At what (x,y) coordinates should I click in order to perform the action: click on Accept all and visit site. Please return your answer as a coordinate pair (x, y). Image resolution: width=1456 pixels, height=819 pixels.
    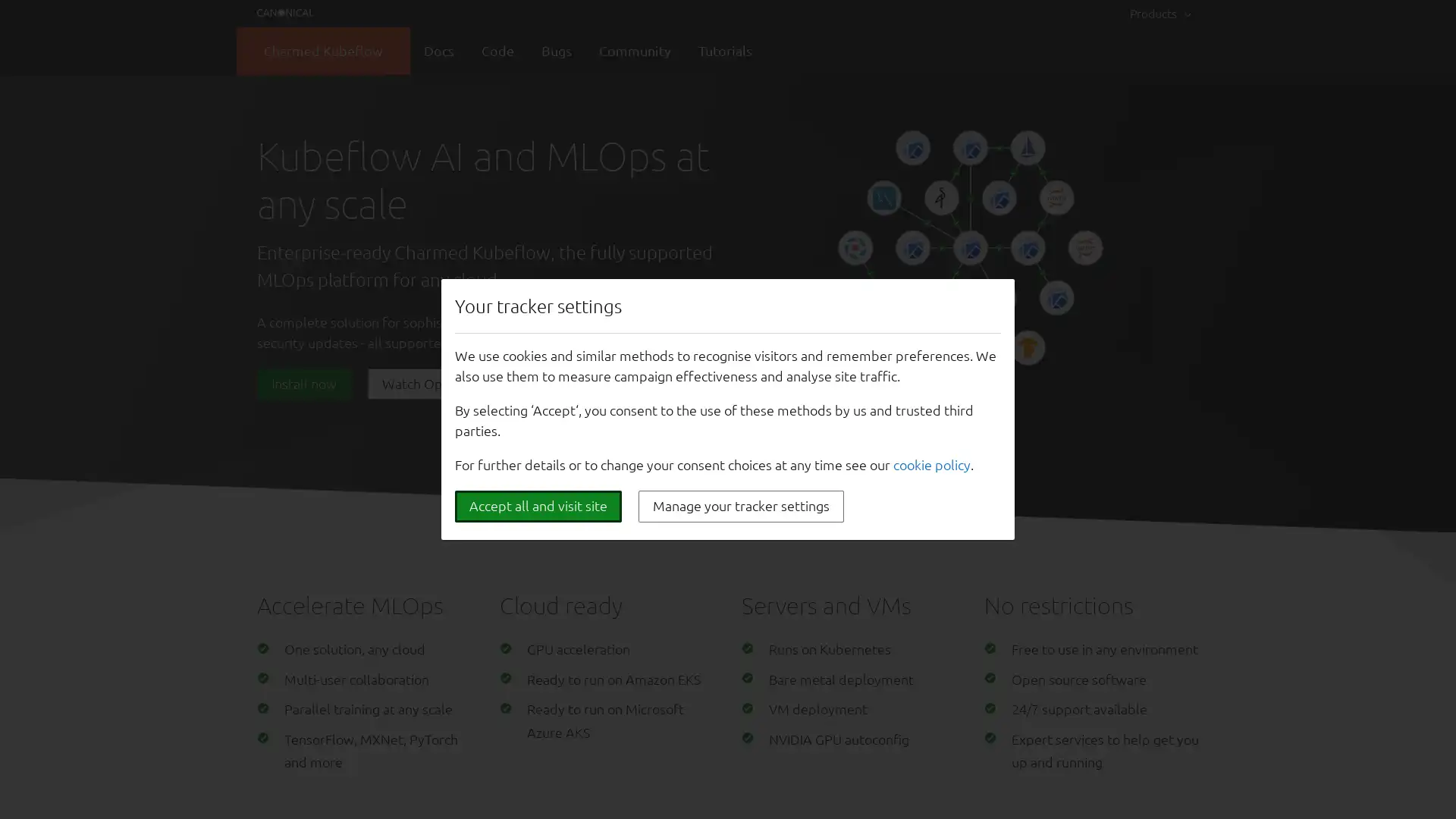
    Looking at the image, I should click on (538, 506).